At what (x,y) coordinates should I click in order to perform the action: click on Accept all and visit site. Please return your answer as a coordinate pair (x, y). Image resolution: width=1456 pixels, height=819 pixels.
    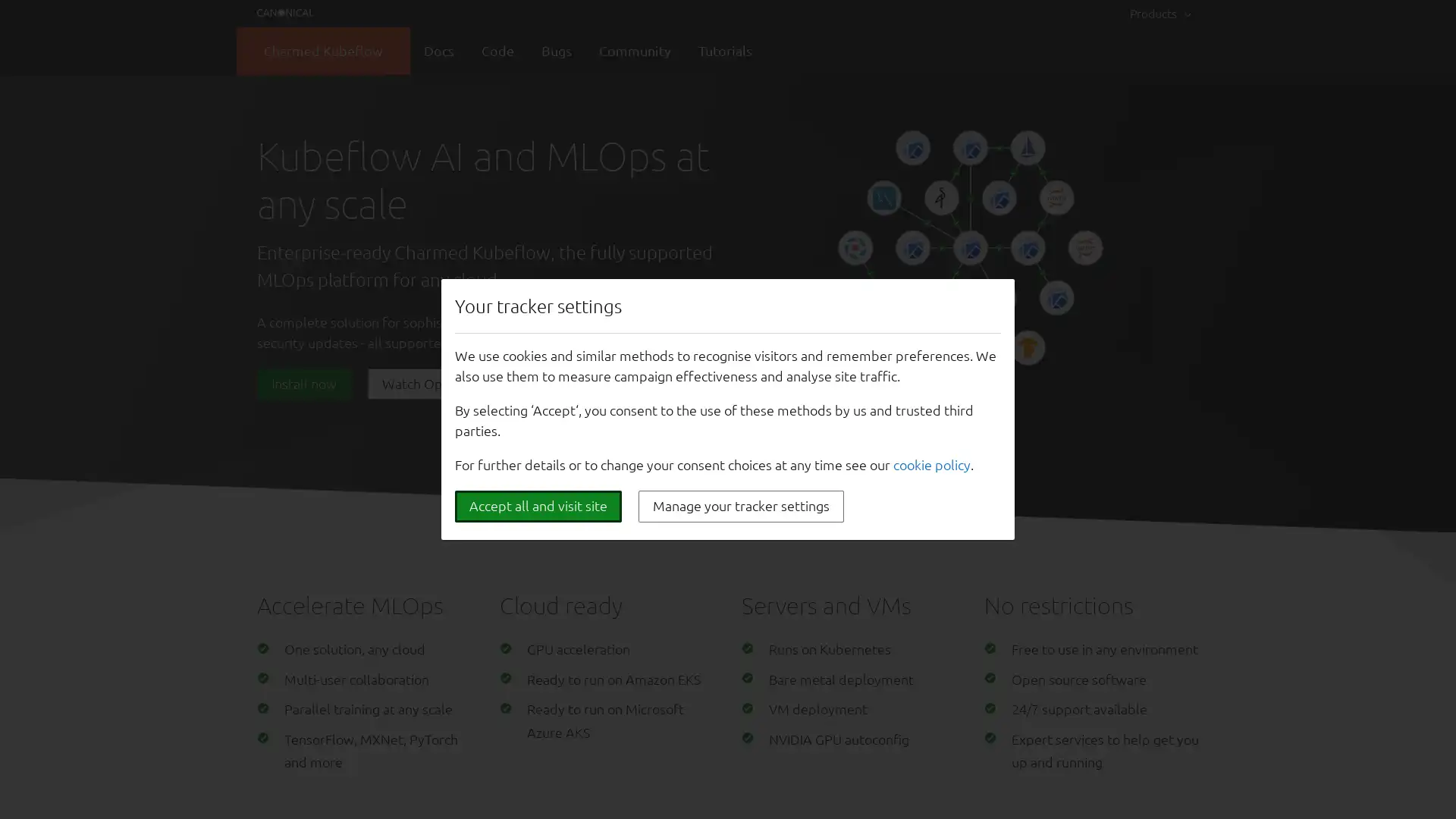
    Looking at the image, I should click on (538, 506).